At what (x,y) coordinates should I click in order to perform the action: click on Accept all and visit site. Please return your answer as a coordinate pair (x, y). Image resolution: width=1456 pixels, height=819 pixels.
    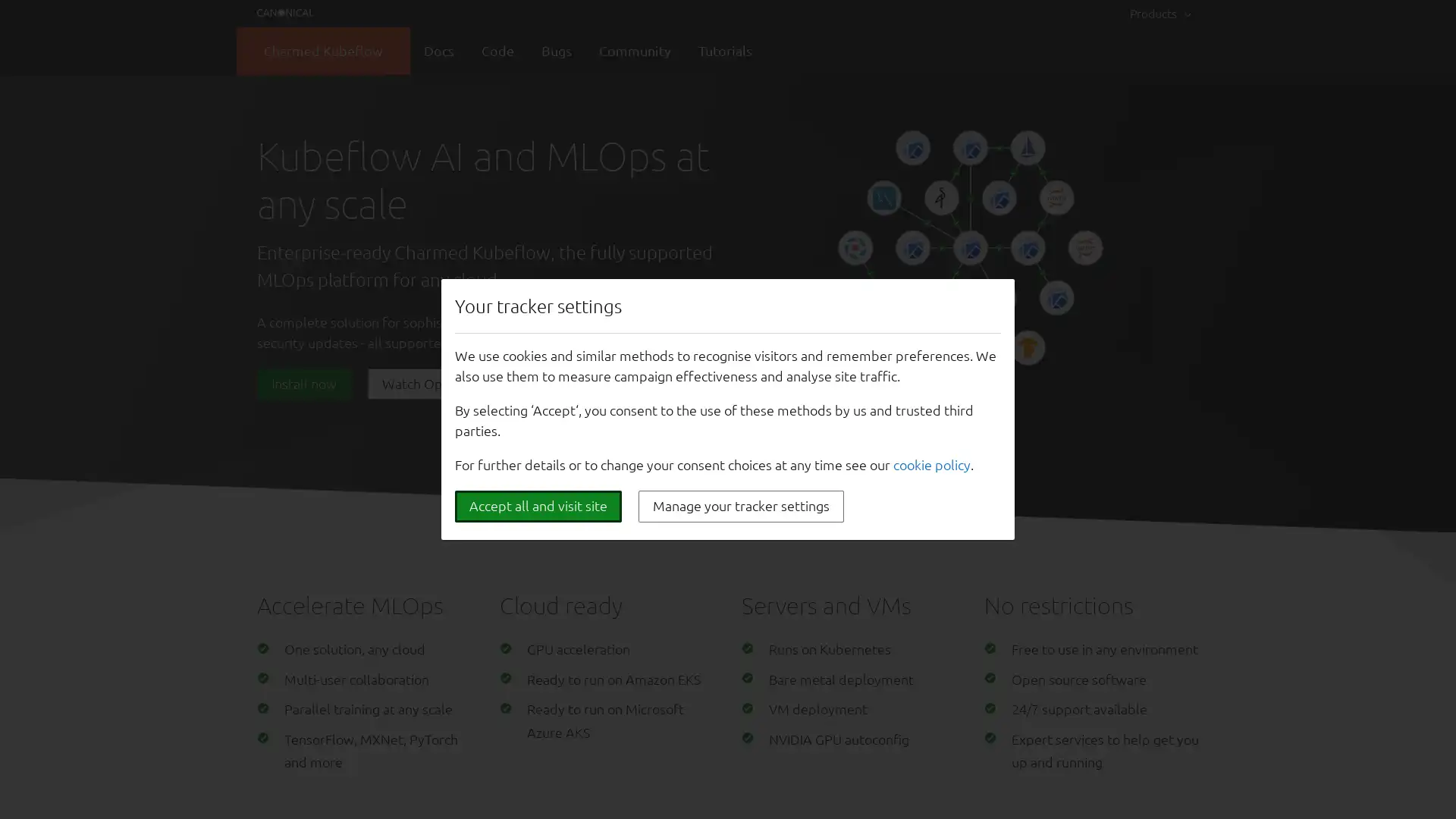
    Looking at the image, I should click on (538, 506).